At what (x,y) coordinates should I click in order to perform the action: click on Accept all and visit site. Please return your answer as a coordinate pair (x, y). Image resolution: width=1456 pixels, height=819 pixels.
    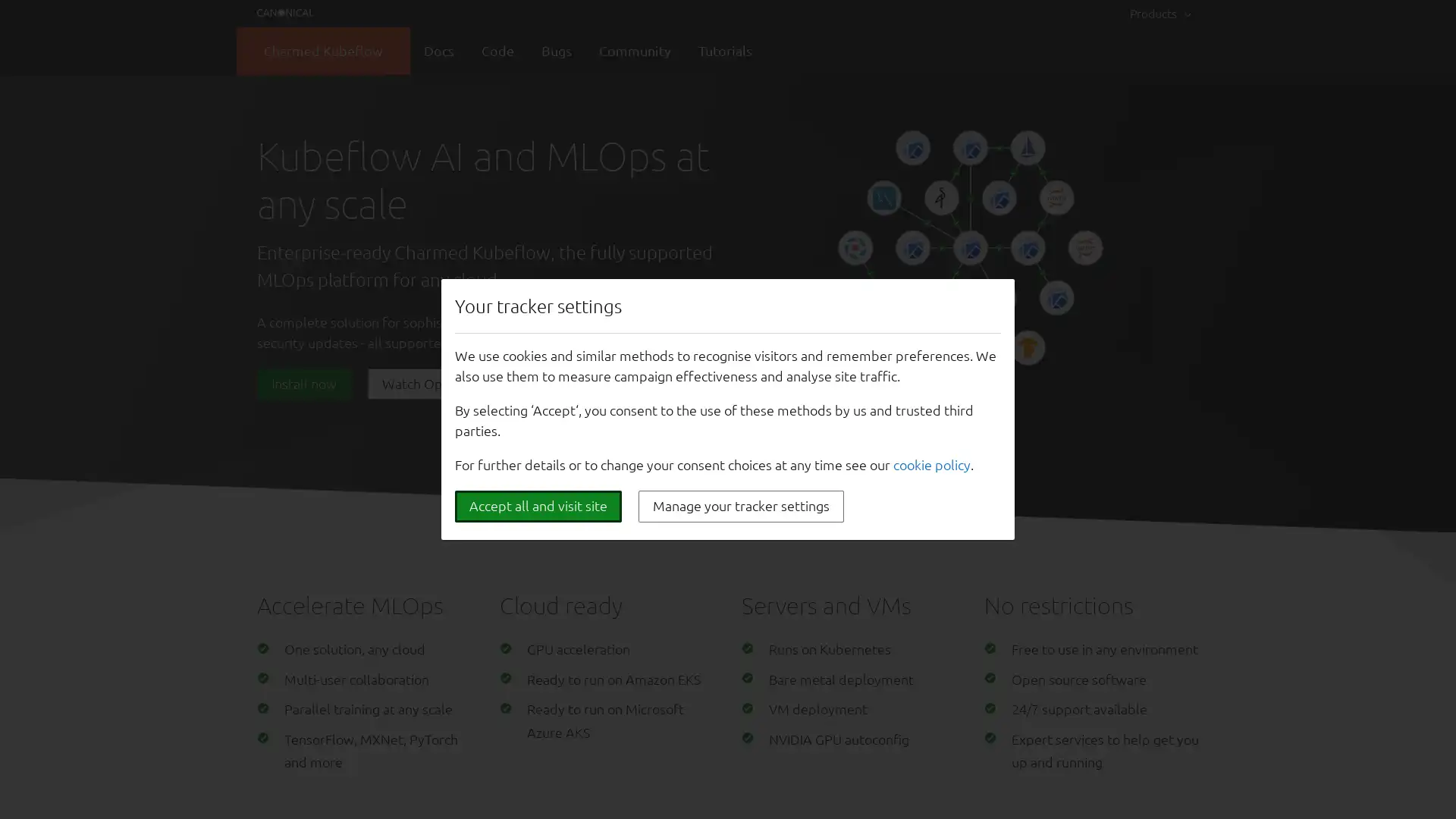
    Looking at the image, I should click on (538, 506).